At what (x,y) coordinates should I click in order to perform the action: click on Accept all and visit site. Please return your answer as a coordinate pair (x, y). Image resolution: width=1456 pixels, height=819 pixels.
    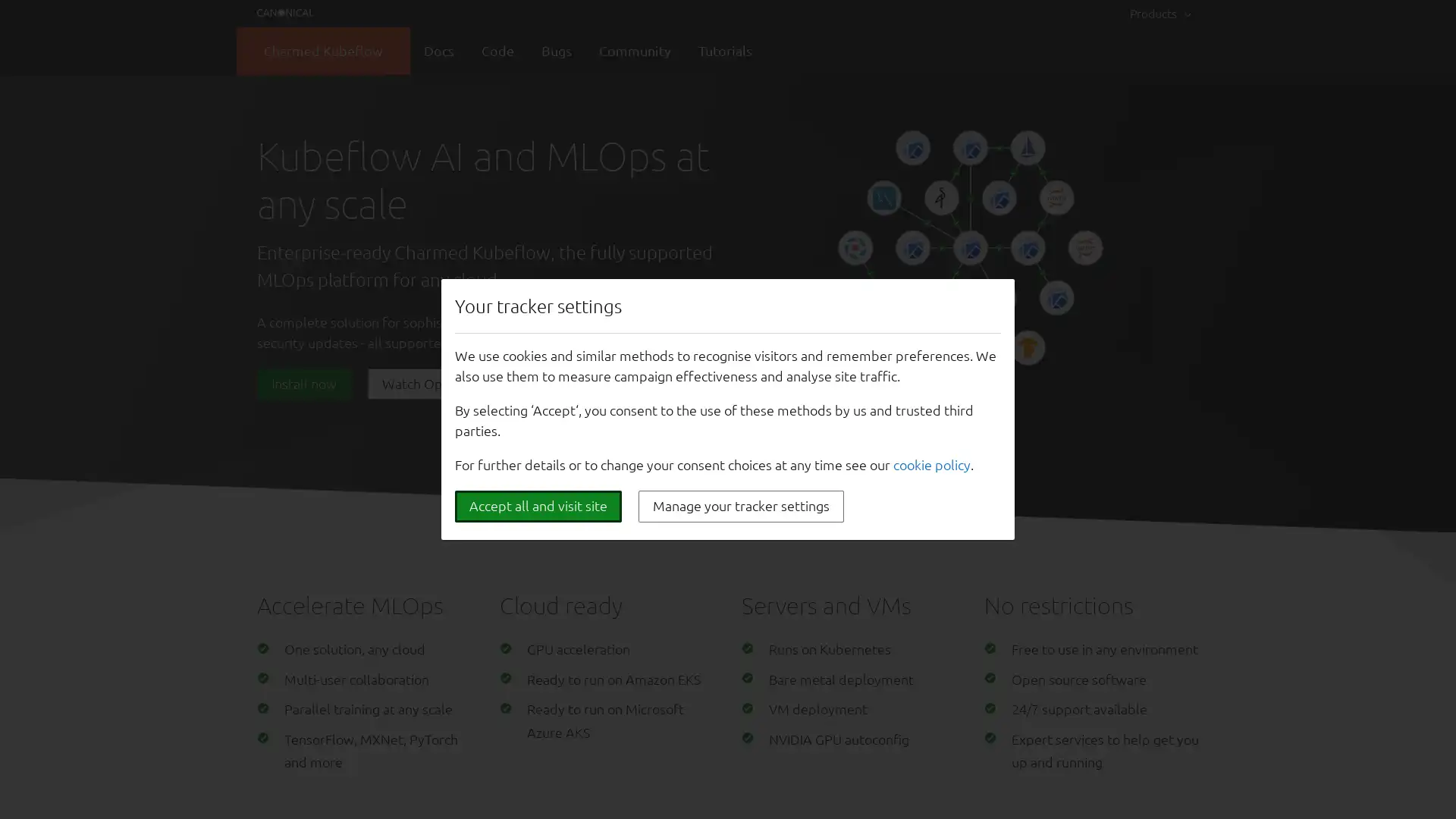
    Looking at the image, I should click on (538, 506).